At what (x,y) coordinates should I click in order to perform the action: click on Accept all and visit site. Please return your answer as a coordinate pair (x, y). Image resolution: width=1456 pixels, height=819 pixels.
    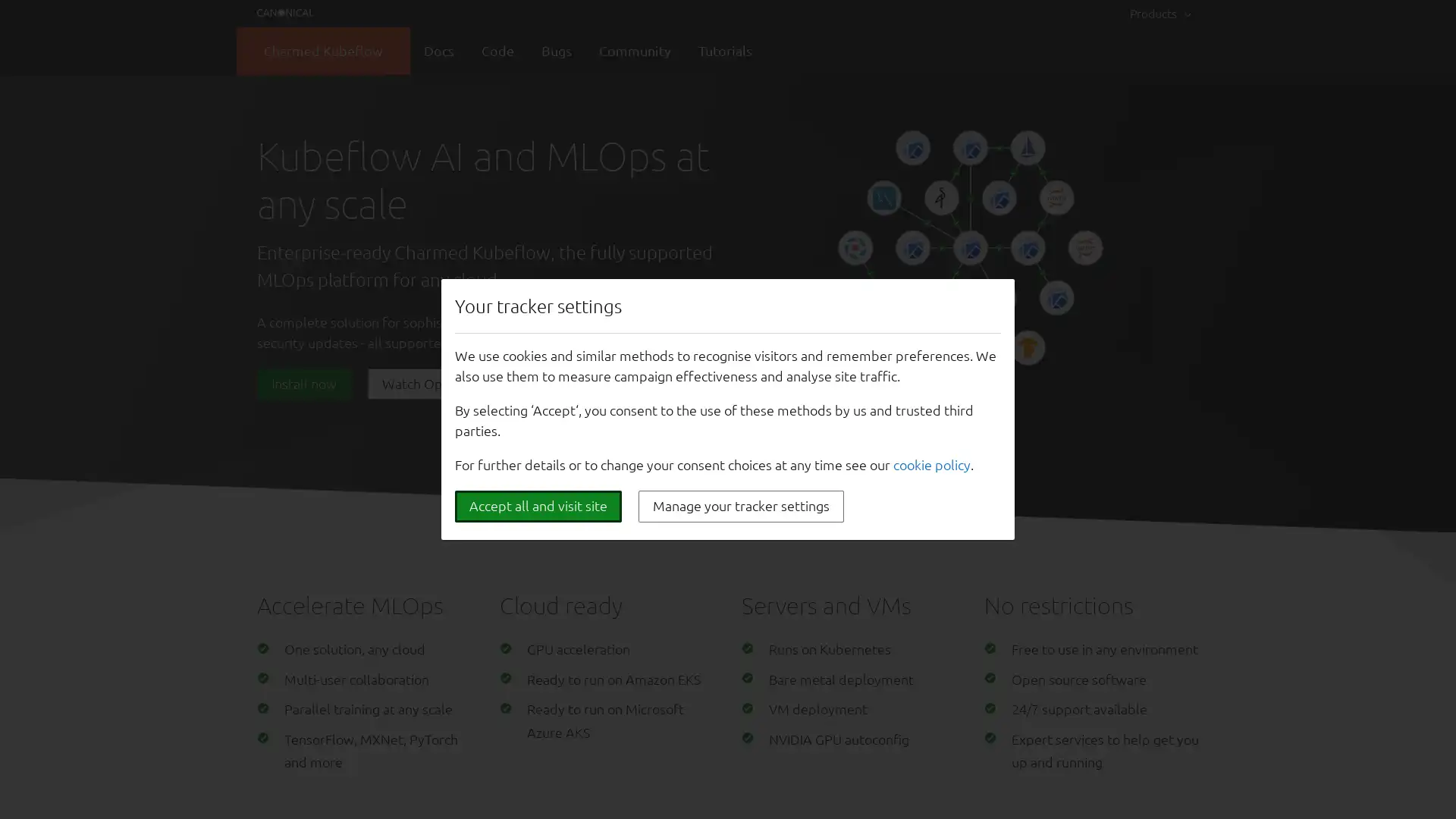
    Looking at the image, I should click on (538, 506).